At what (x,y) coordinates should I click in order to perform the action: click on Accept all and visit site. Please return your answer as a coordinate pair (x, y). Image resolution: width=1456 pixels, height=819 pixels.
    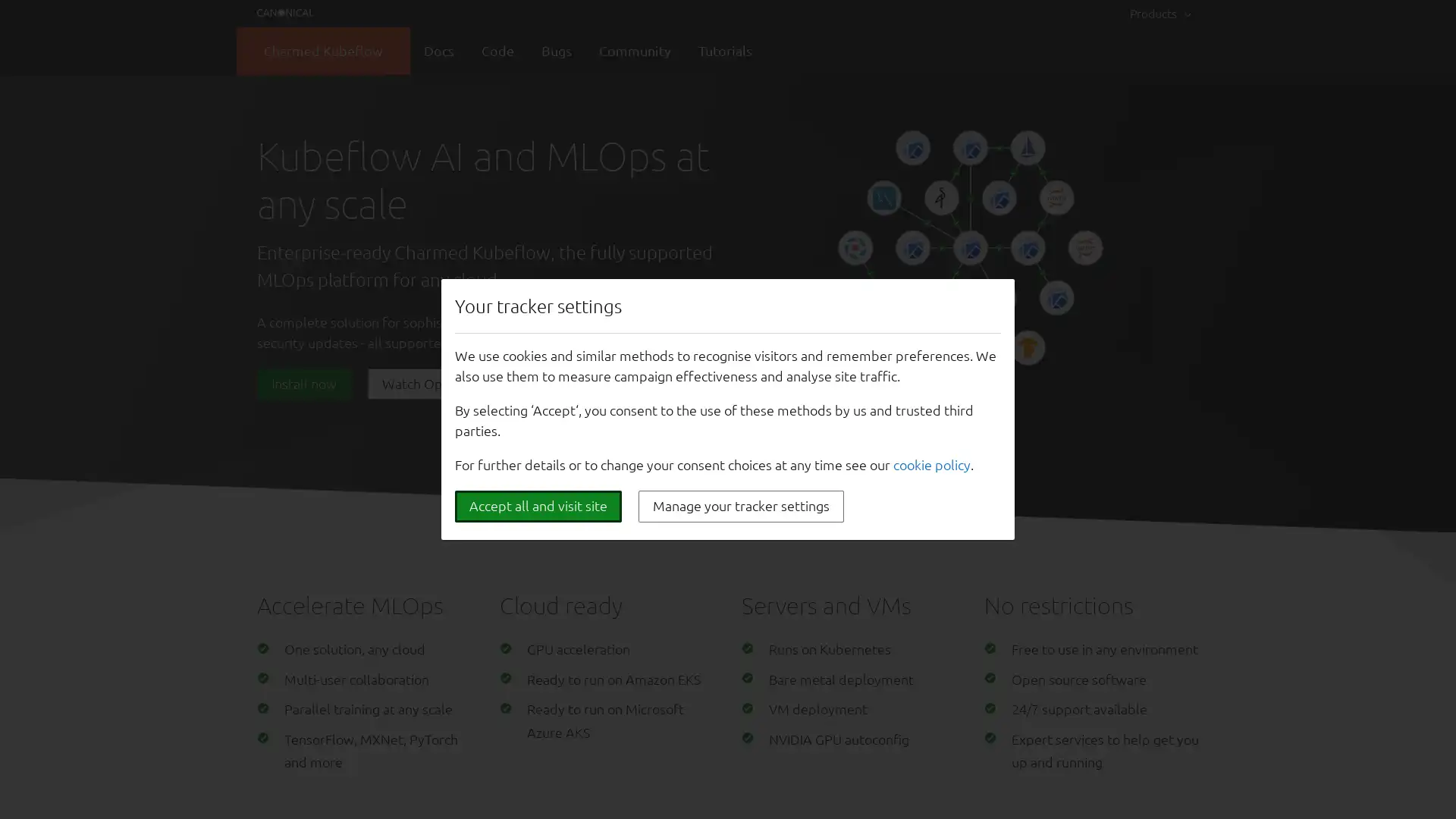
    Looking at the image, I should click on (538, 506).